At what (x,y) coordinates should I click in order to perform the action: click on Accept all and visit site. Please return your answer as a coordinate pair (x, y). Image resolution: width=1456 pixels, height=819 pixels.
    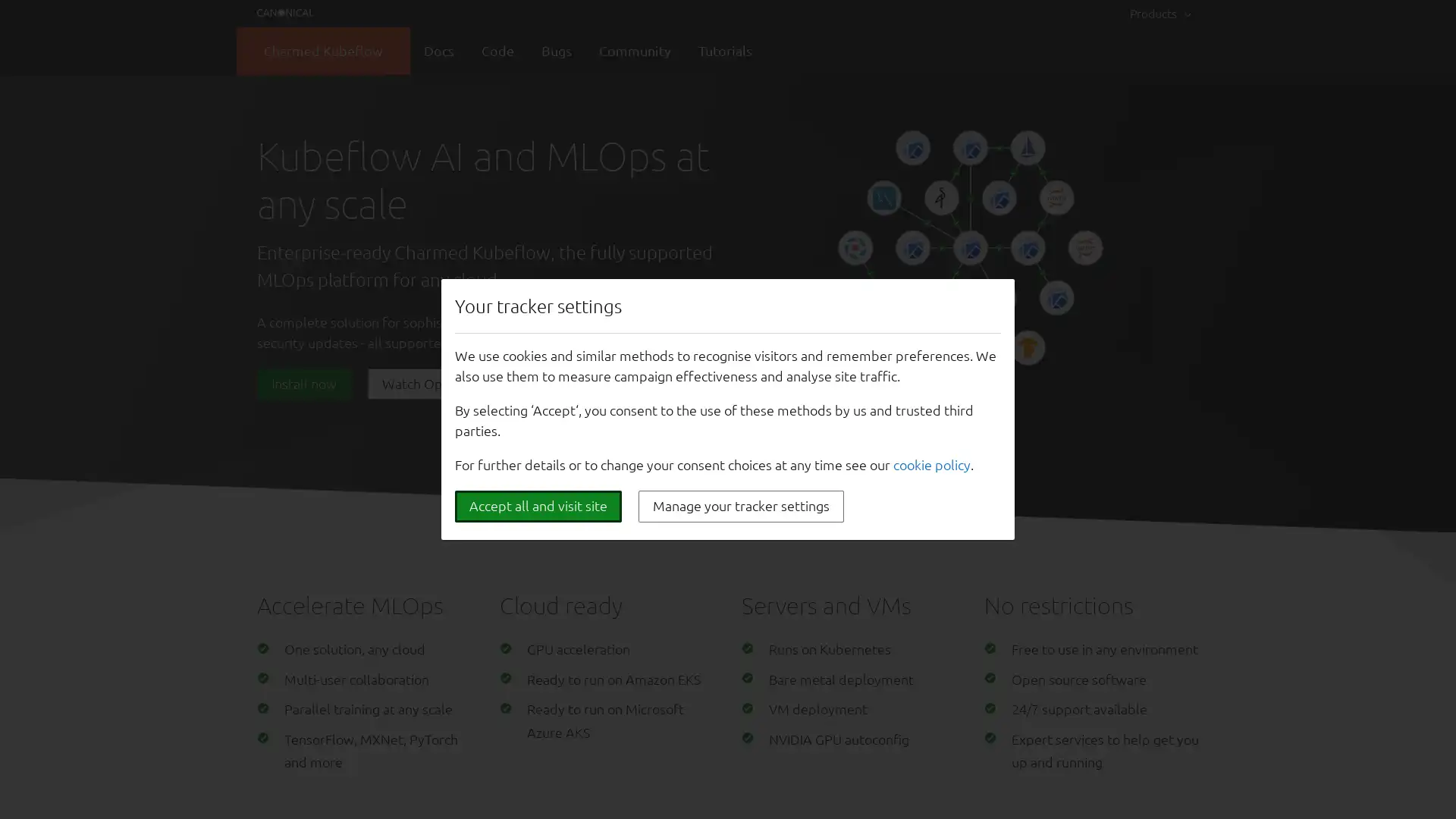
    Looking at the image, I should click on (538, 506).